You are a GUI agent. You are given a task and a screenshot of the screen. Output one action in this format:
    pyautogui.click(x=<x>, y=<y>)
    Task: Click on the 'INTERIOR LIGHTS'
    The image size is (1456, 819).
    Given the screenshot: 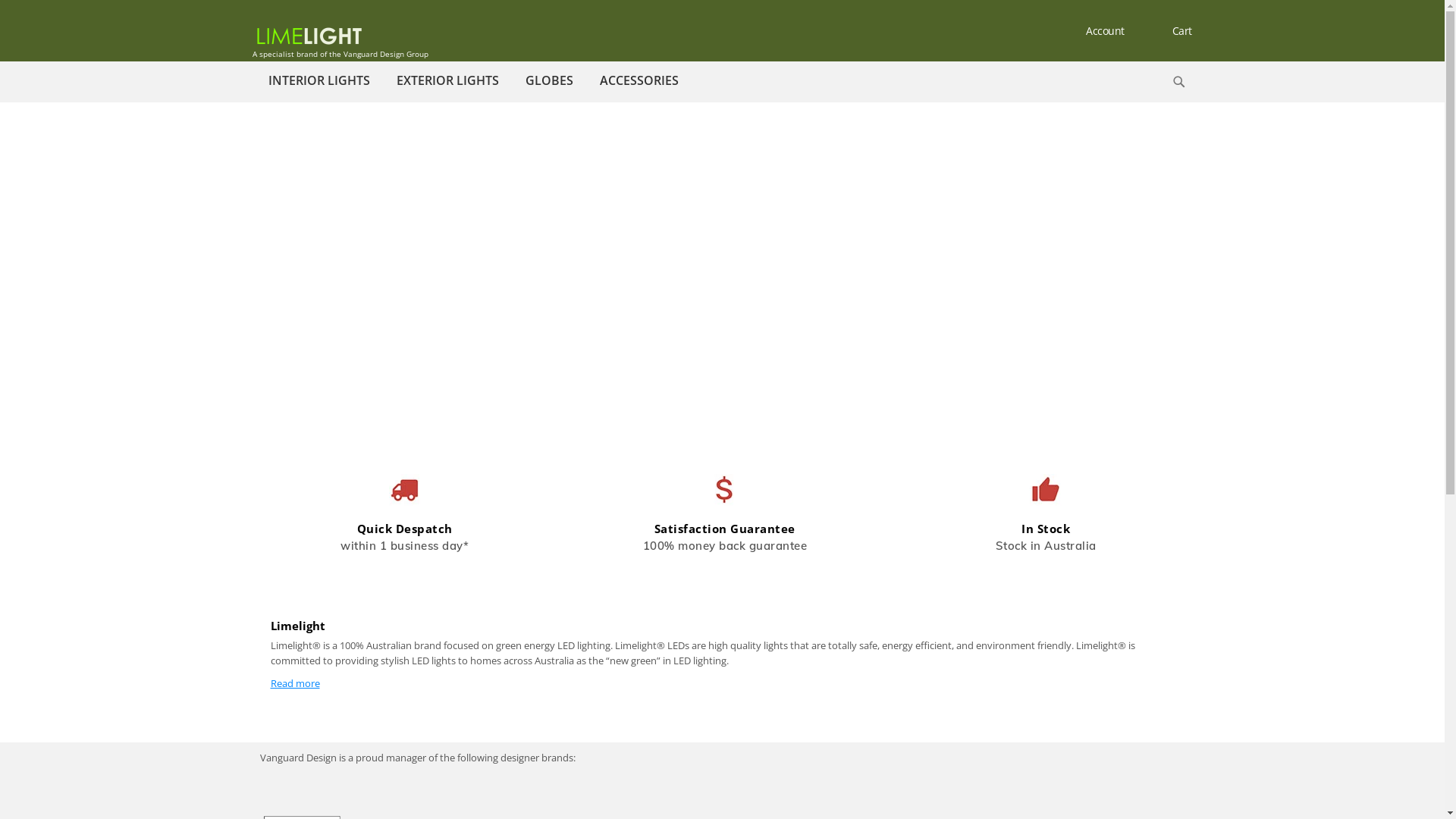 What is the action you would take?
    pyautogui.click(x=318, y=80)
    